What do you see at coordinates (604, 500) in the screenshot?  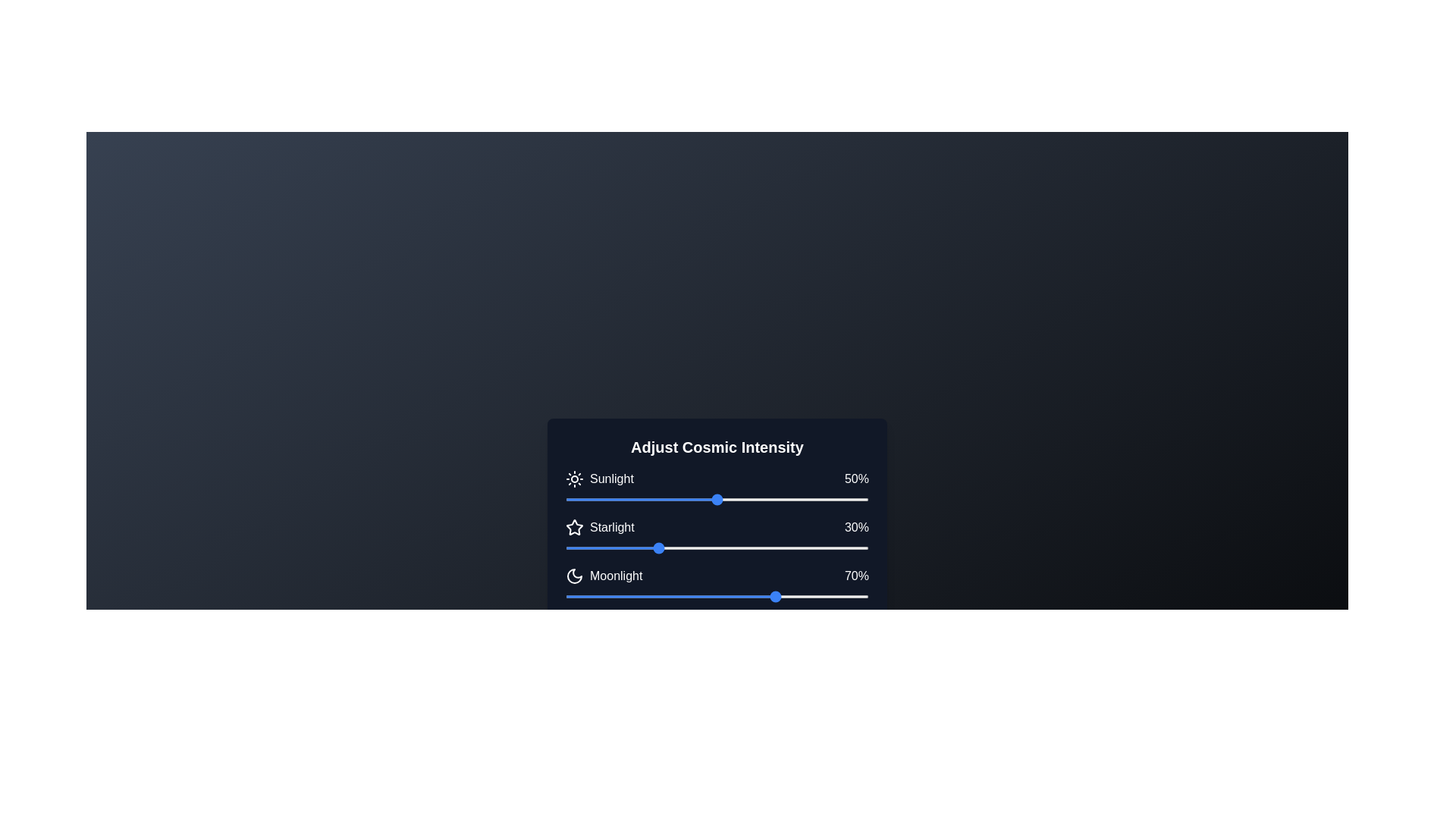 I see `the 'Sunlight' slider to 13% intensity` at bounding box center [604, 500].